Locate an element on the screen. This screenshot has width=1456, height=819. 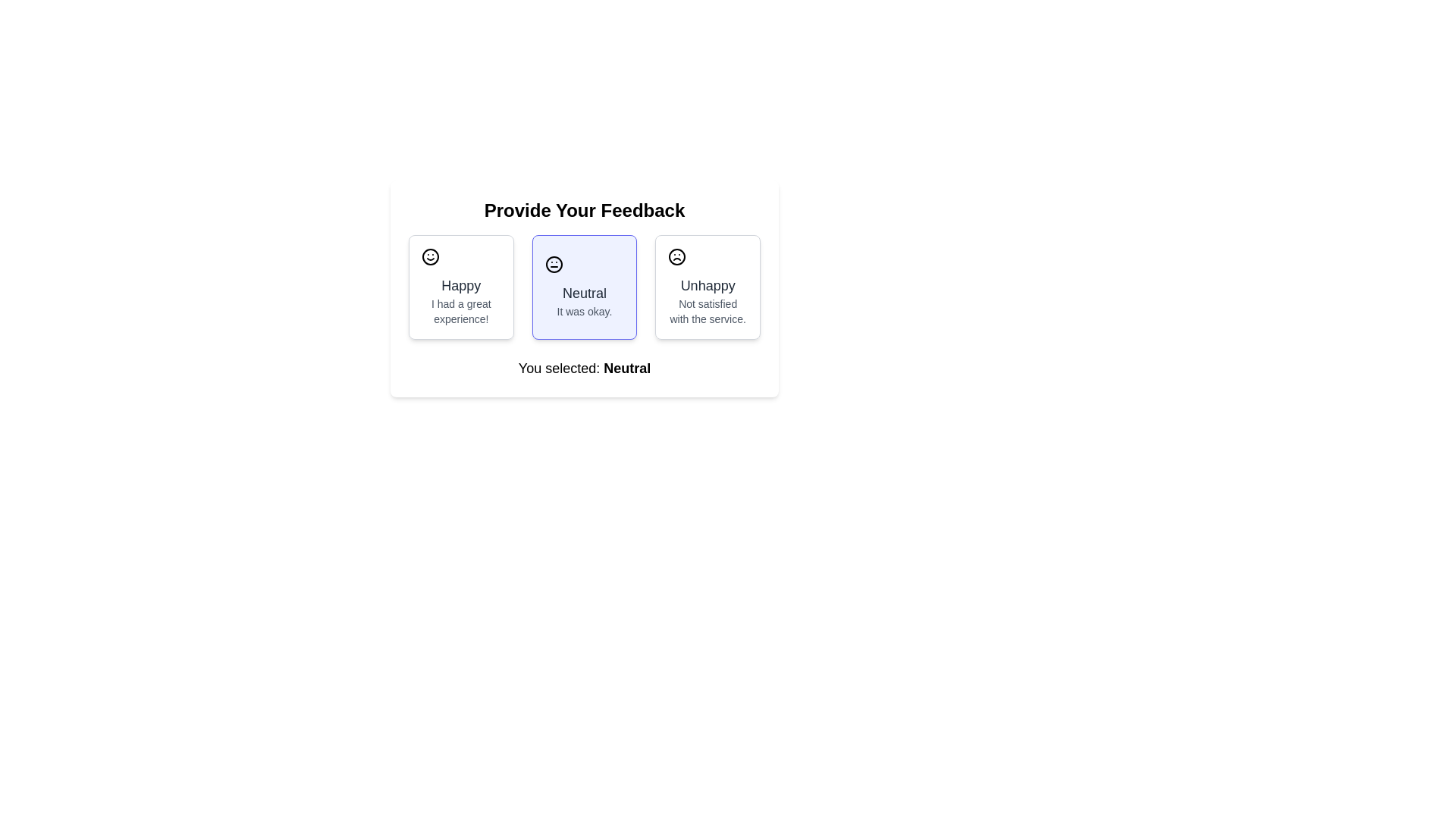
the neutral feedback icon located in the center feedback card labeled 'Neutral' in the 'Provide Your Feedback' section is located at coordinates (553, 263).